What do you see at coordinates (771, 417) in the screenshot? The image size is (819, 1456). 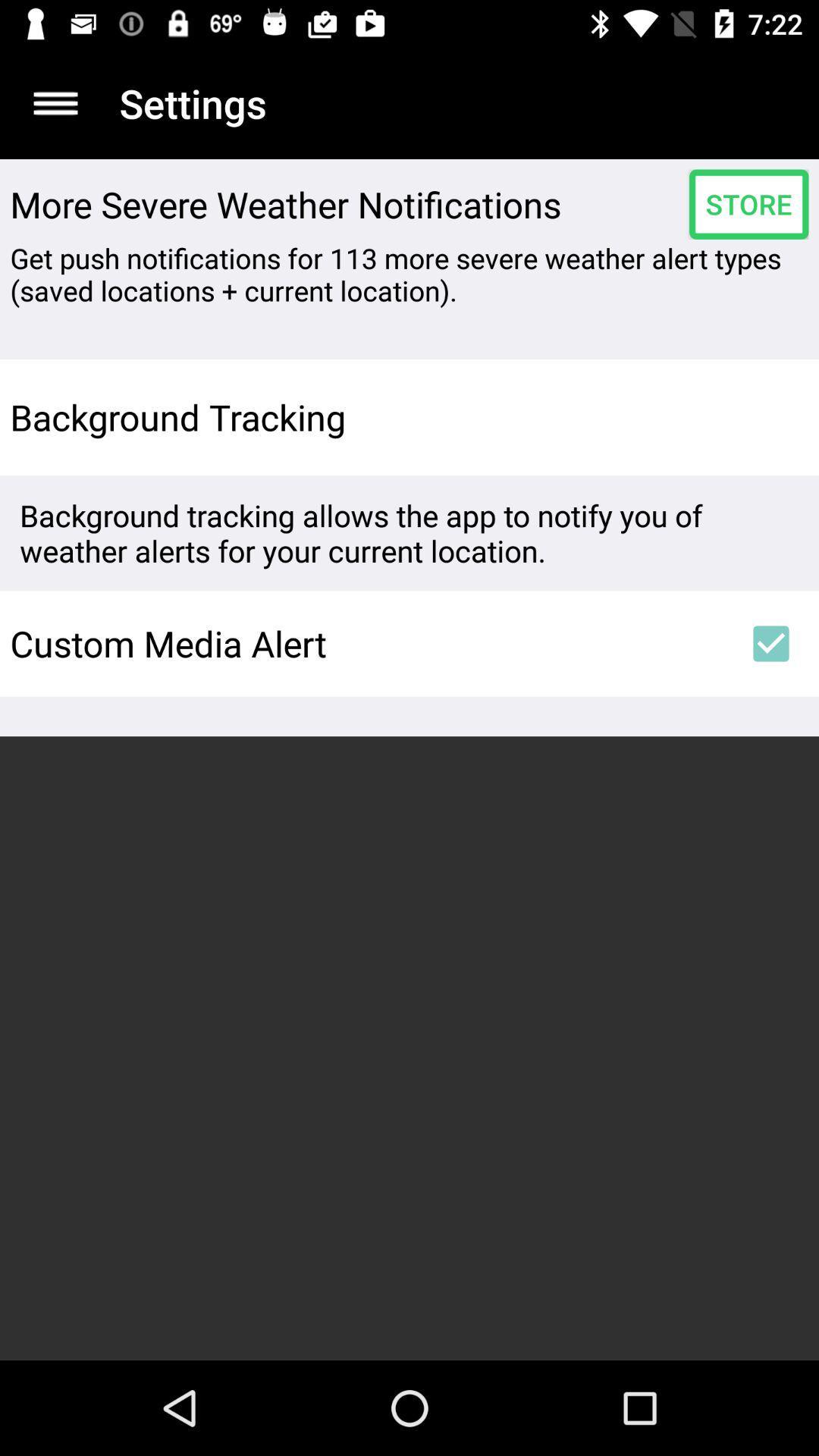 I see `item next to background tracking` at bounding box center [771, 417].